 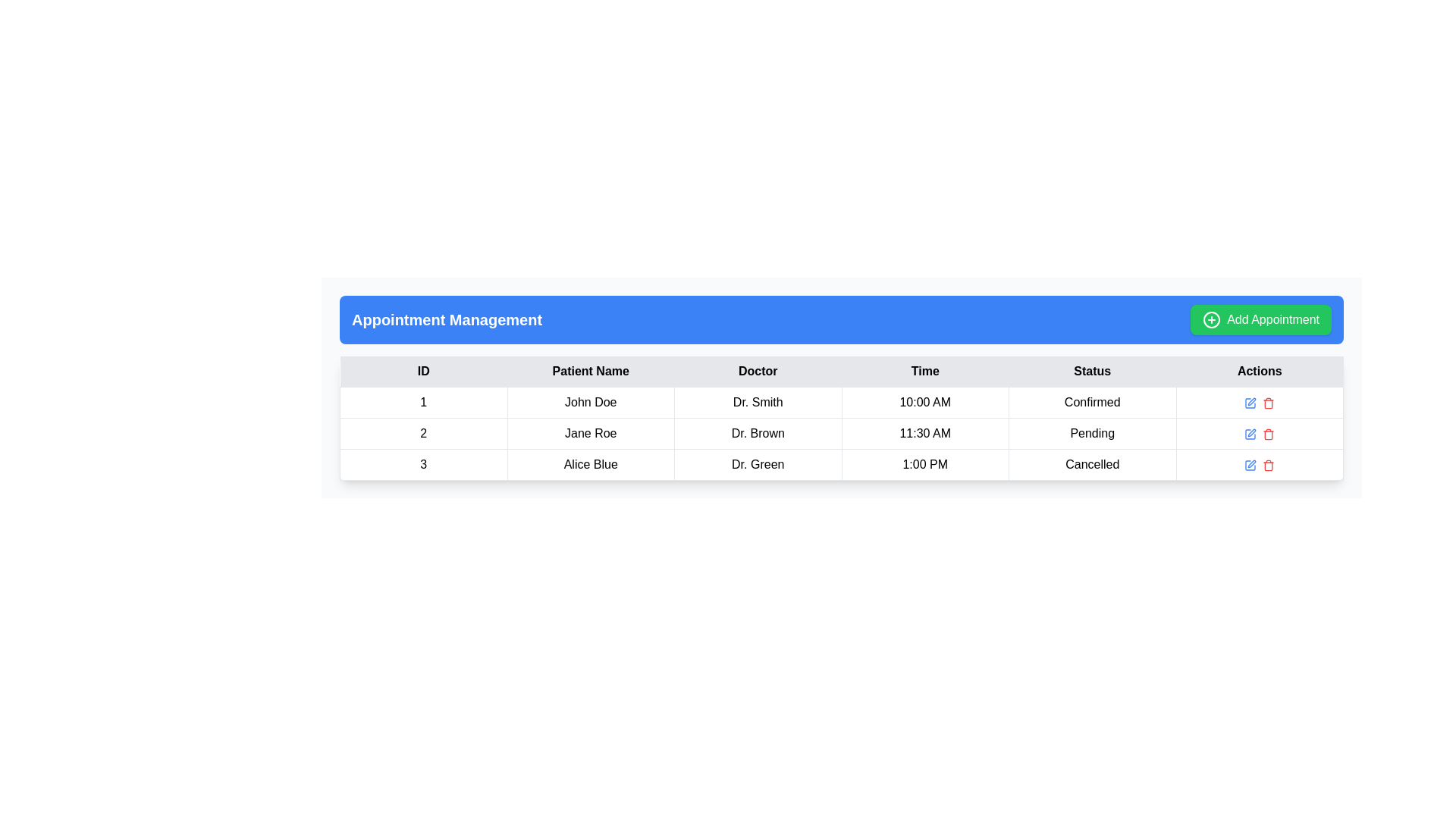 I want to click on the SVG icon located to the left of the 'Add Appointment' text within the green rounded button at the top-right corner of the interface, so click(x=1211, y=318).